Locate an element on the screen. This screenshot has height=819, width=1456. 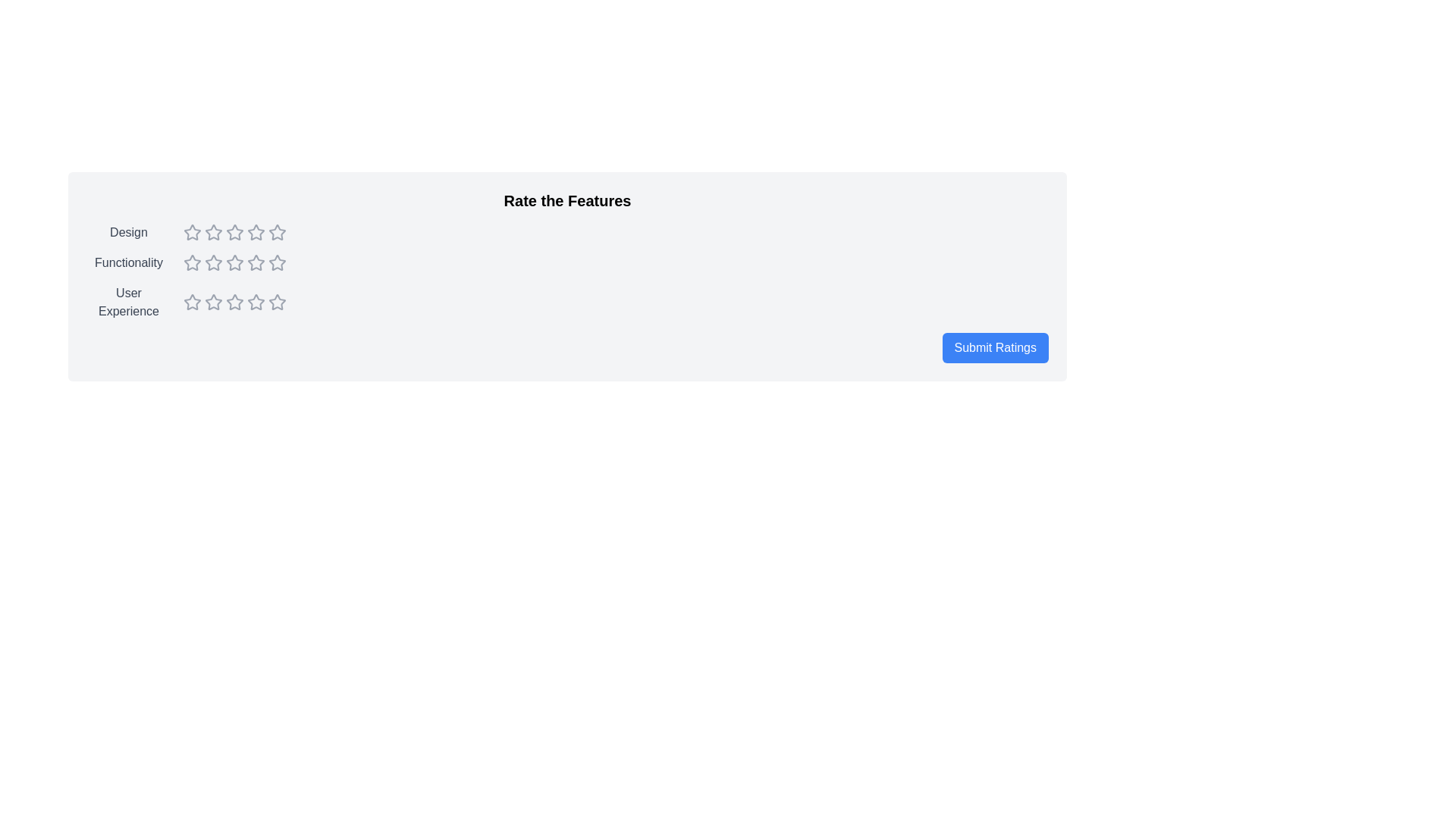
the fourth star in the 'Functionality' rating section is located at coordinates (277, 262).